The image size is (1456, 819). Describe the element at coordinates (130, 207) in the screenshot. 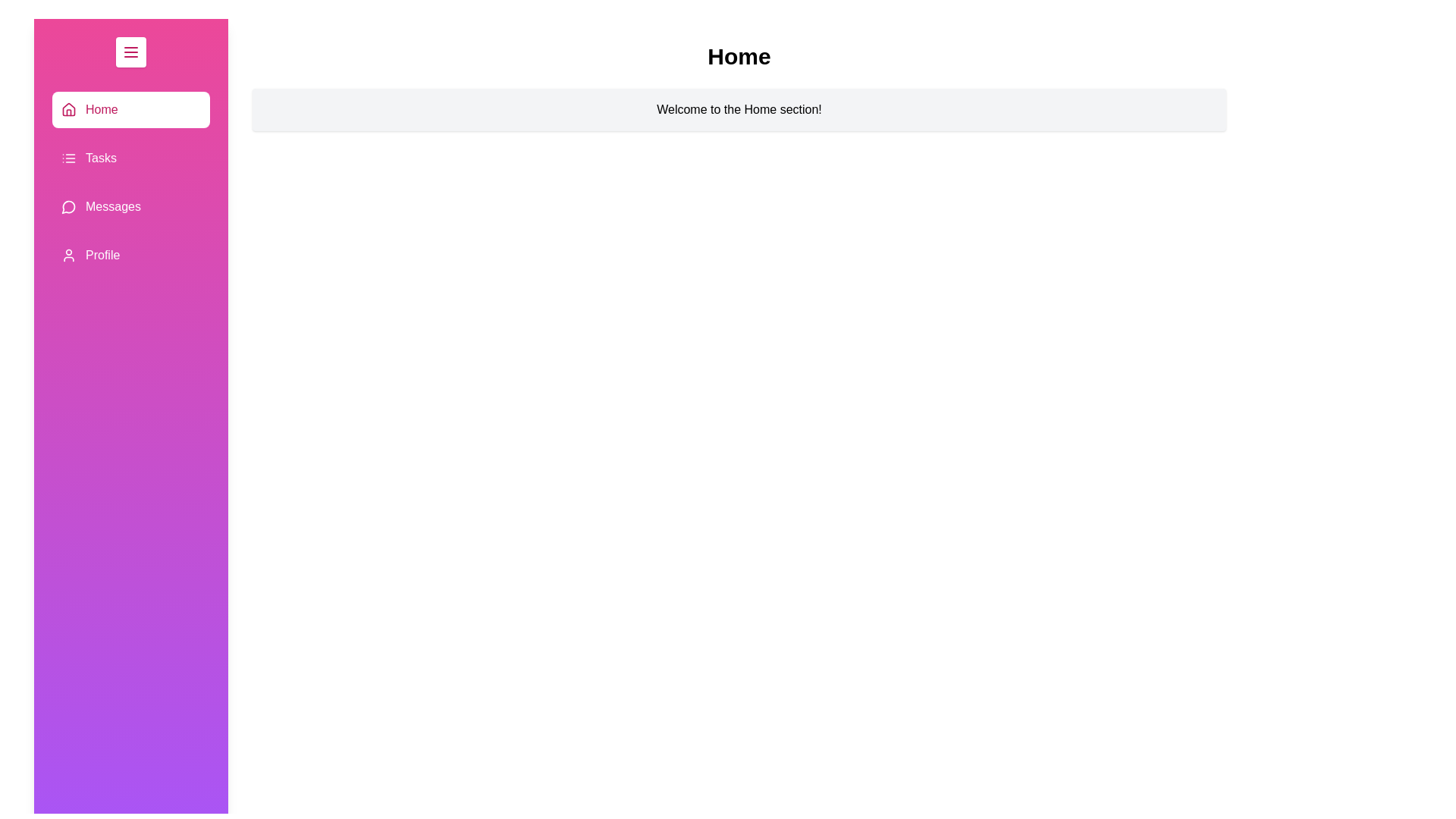

I see `the section Messages by clicking on its corresponding item in the list` at that location.